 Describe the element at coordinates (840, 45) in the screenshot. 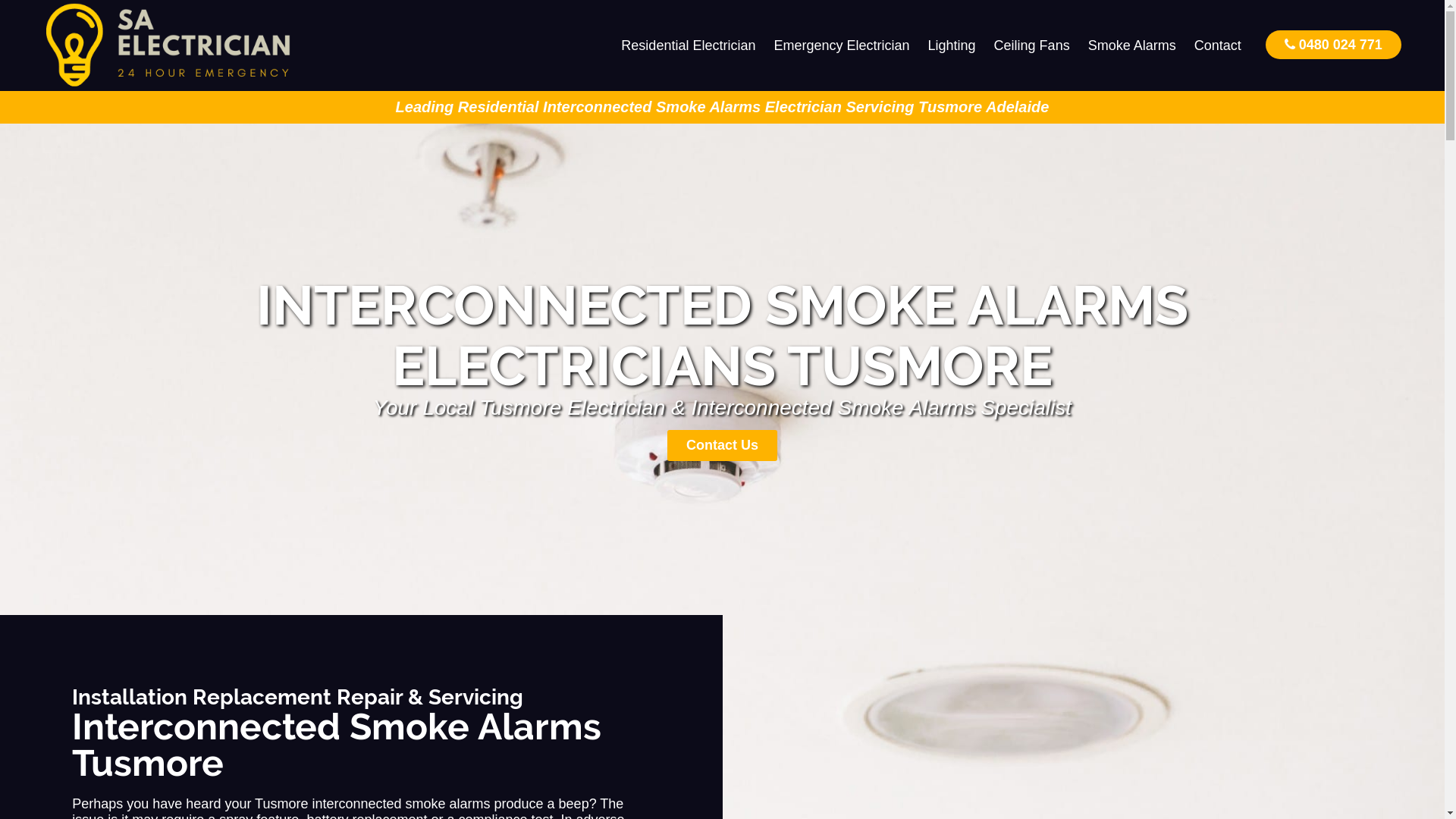

I see `'Emergency Electrician'` at that location.